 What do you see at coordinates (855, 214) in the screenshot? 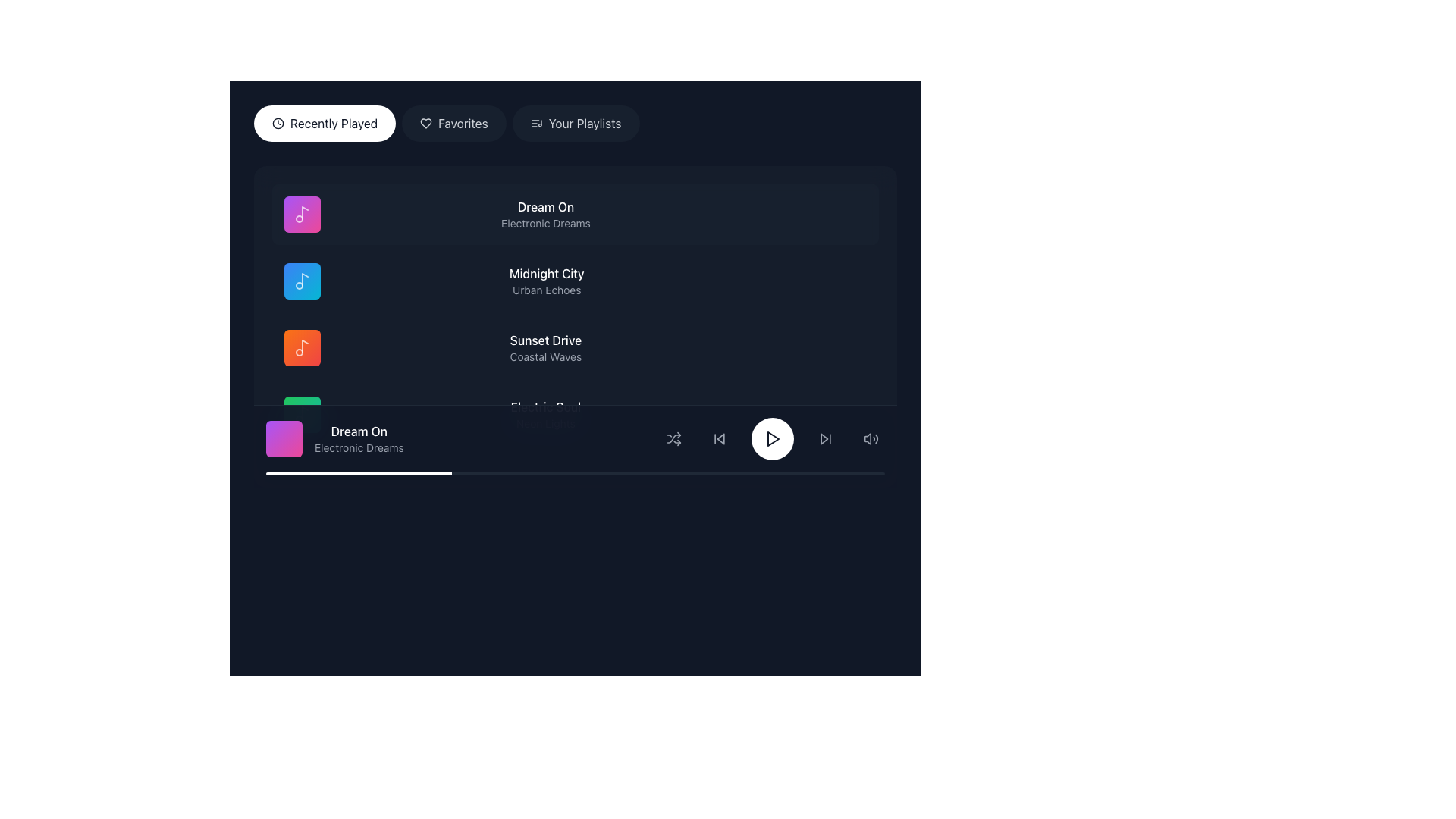
I see `the options menu opener button located in the top-right corner of the row for the song 'Dream On' by 'Electronic Dreams'` at bounding box center [855, 214].